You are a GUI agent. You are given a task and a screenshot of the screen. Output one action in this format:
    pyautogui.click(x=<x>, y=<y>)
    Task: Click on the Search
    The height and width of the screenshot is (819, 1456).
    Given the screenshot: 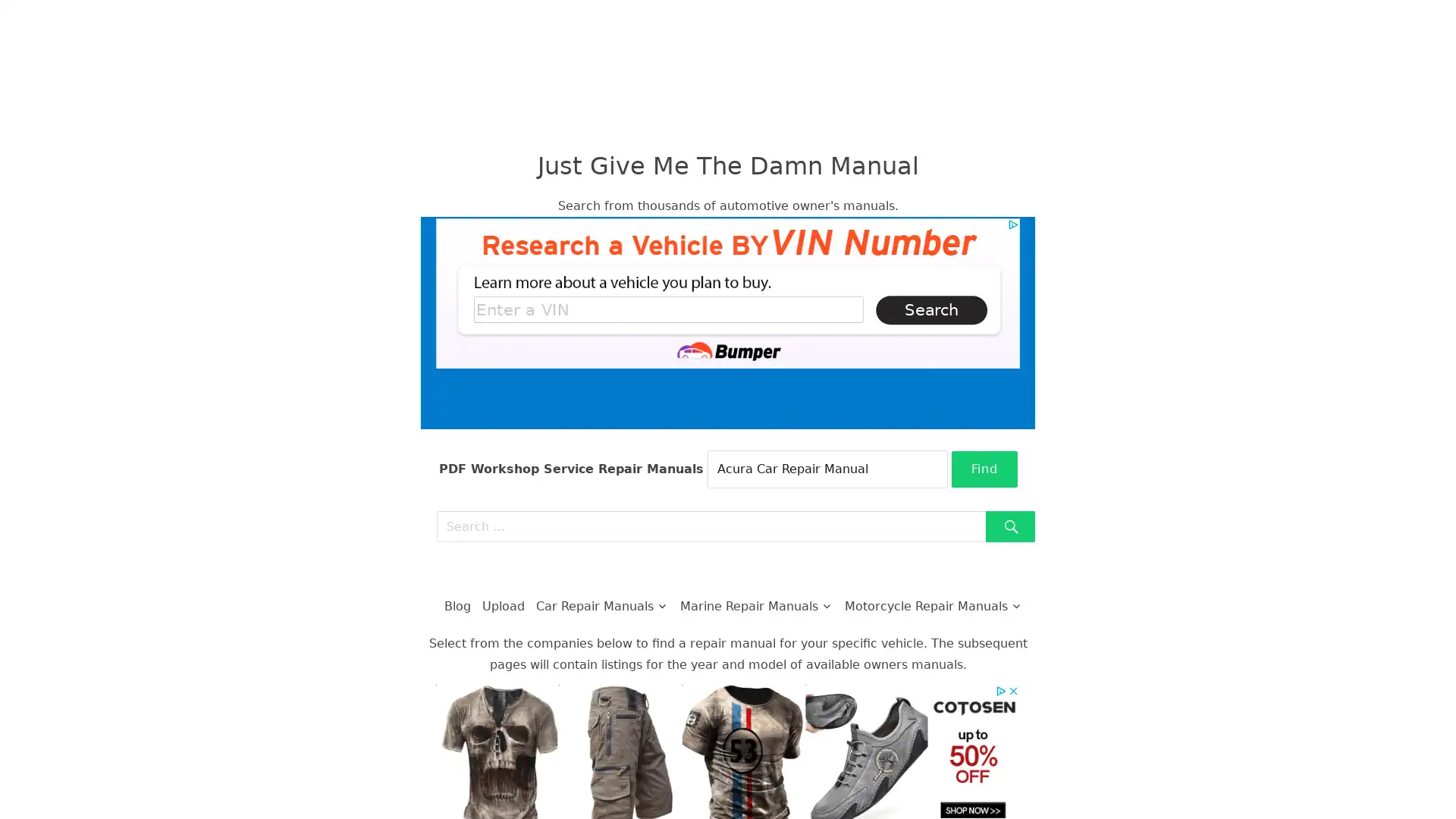 What is the action you would take?
    pyautogui.click(x=1010, y=526)
    